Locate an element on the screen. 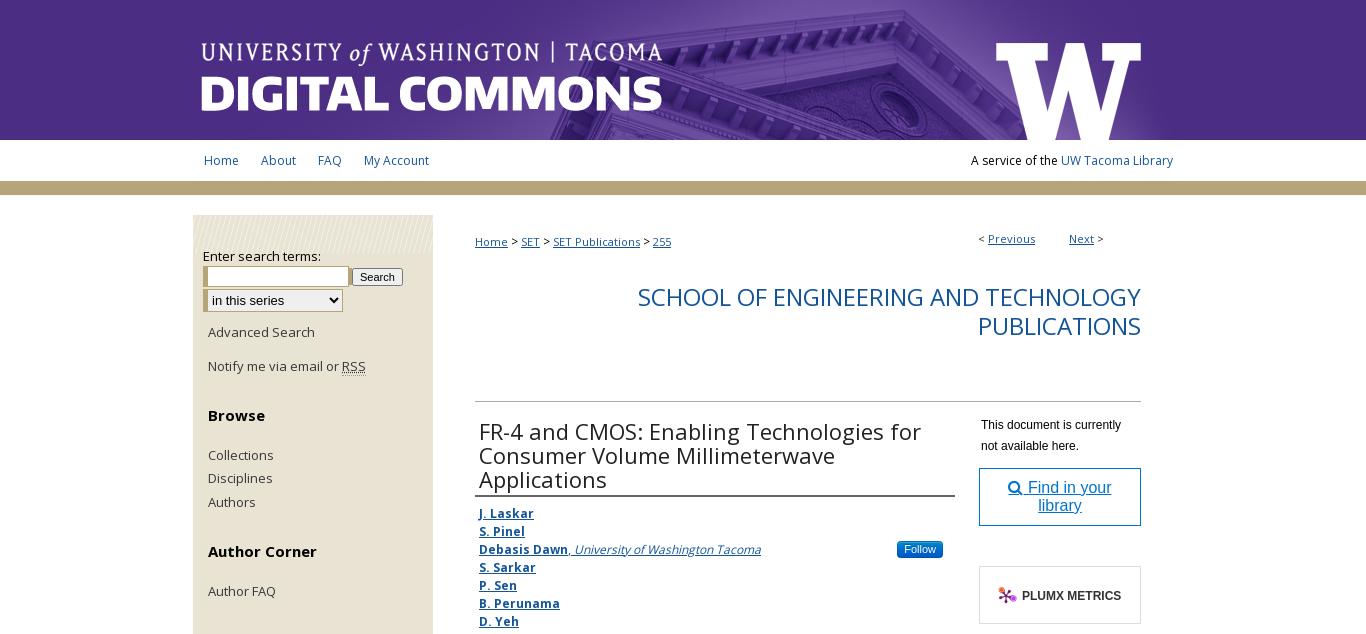  'S. Pinel' is located at coordinates (479, 530).